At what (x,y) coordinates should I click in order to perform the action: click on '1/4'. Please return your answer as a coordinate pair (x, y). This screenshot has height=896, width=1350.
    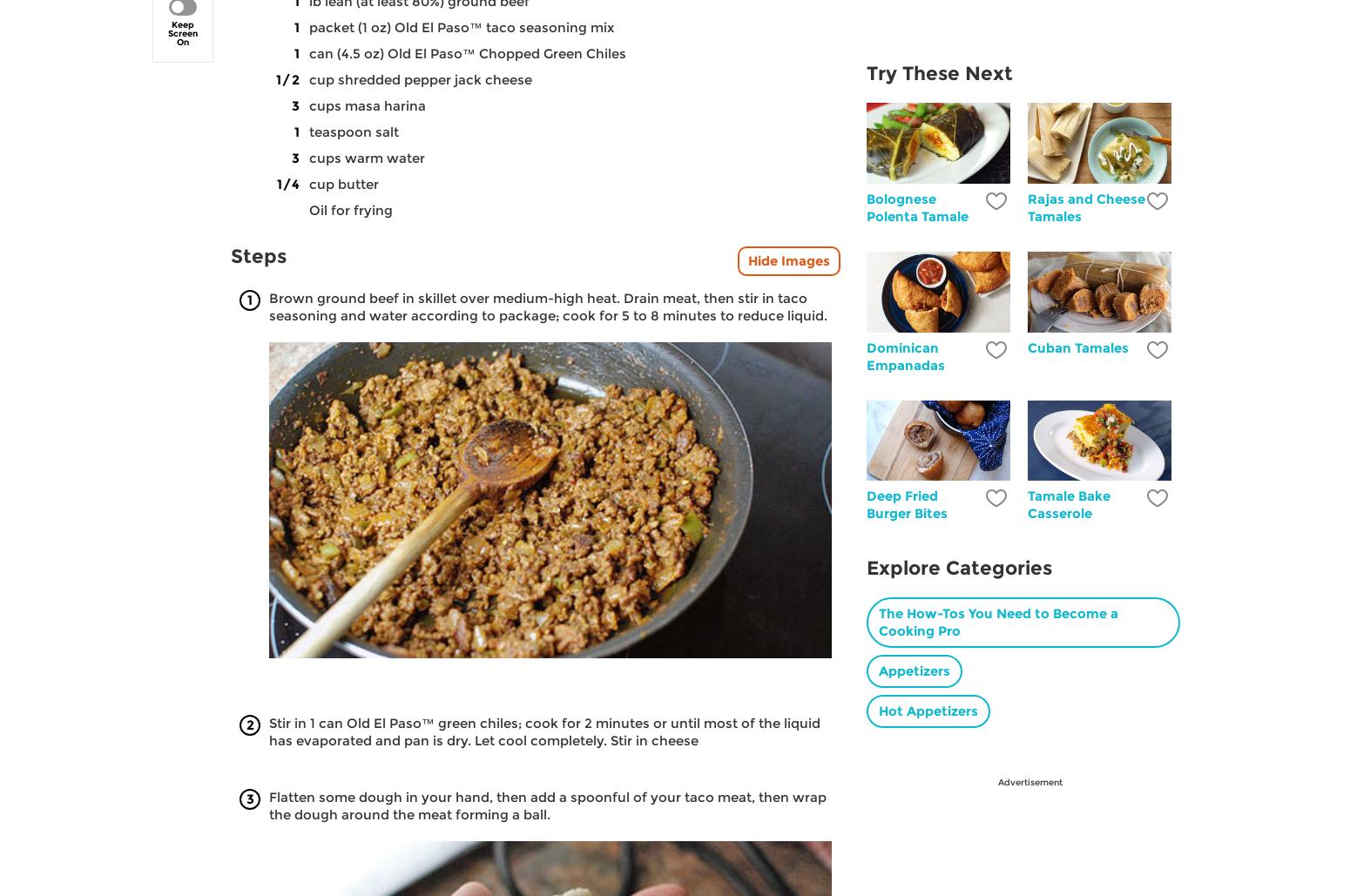
    Looking at the image, I should click on (287, 183).